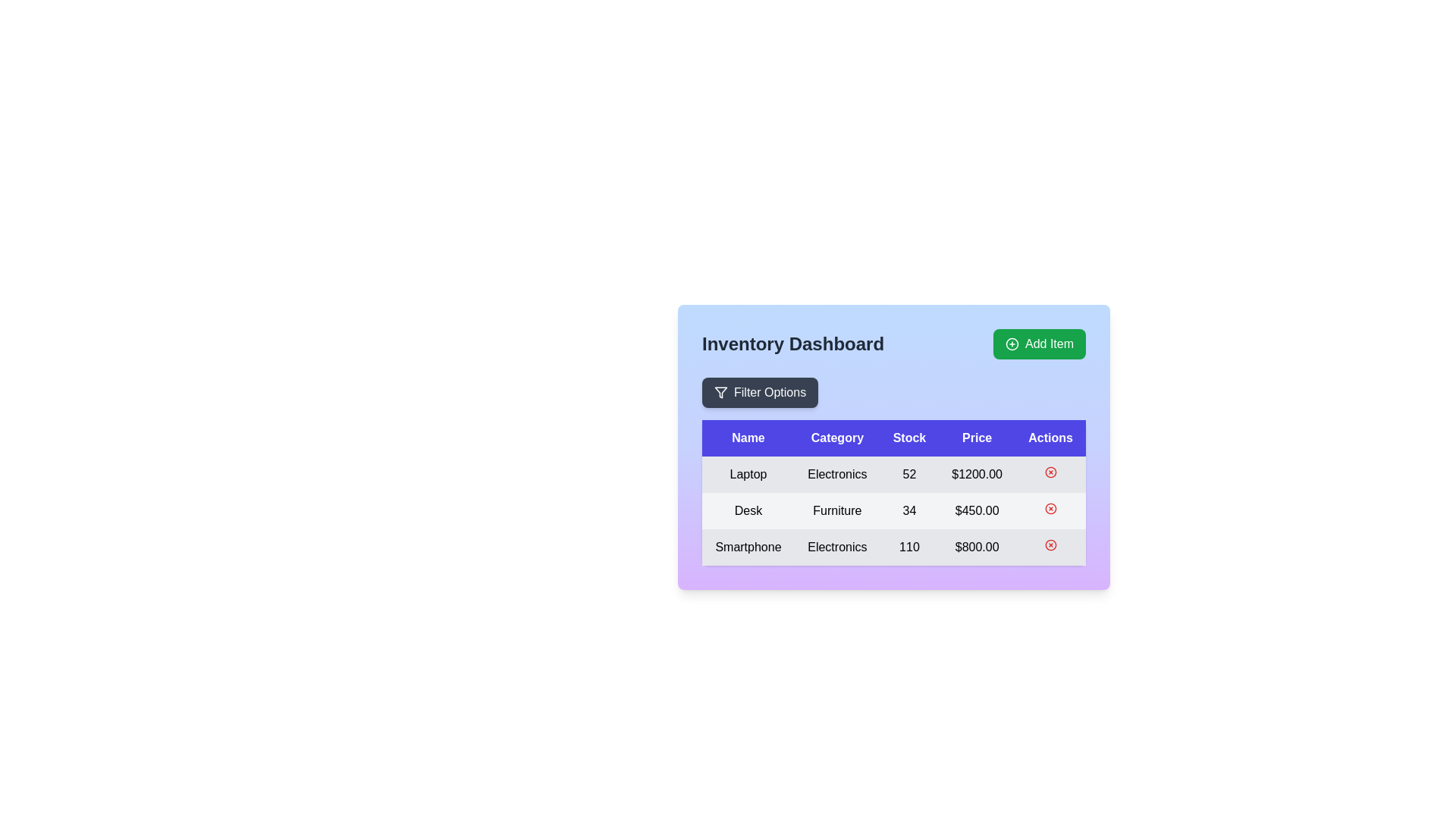  What do you see at coordinates (748, 438) in the screenshot?
I see `'Name' label which is the first header in a row of table headers, styled in white text on a blue background` at bounding box center [748, 438].